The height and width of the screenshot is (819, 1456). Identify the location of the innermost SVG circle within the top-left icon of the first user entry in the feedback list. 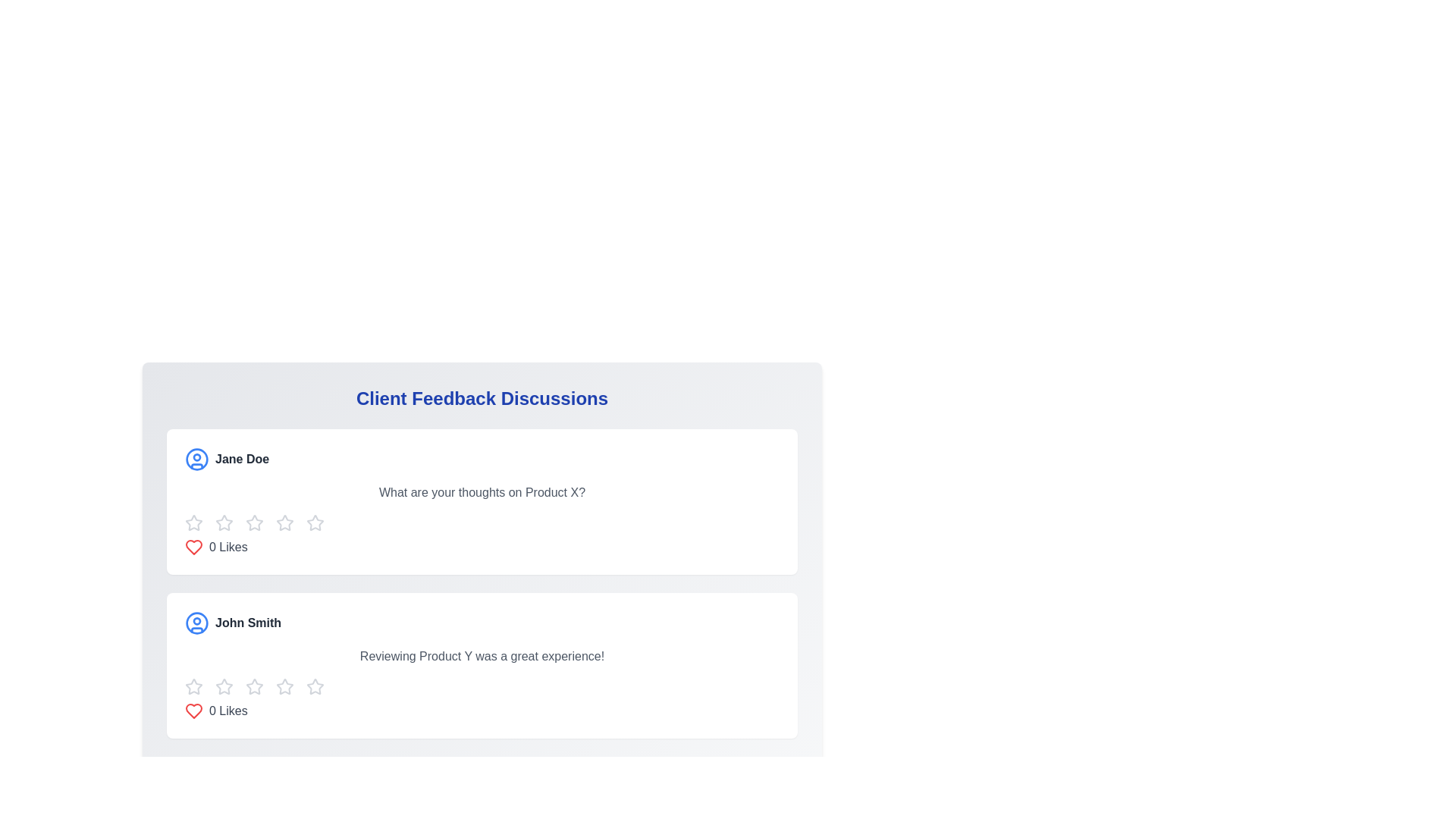
(196, 458).